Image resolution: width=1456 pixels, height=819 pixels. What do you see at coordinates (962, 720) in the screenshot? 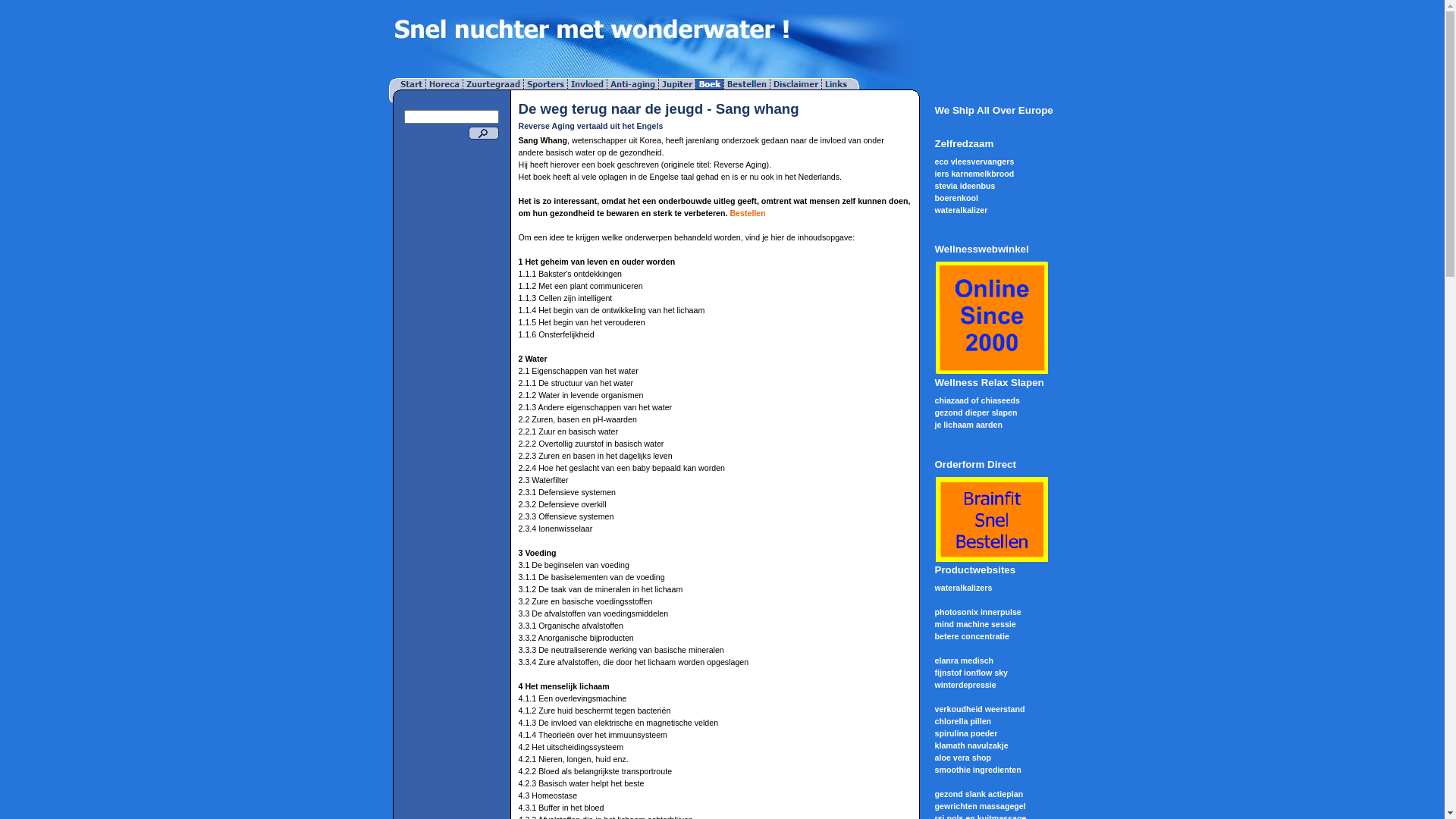
I see `'chlorella pillen'` at bounding box center [962, 720].